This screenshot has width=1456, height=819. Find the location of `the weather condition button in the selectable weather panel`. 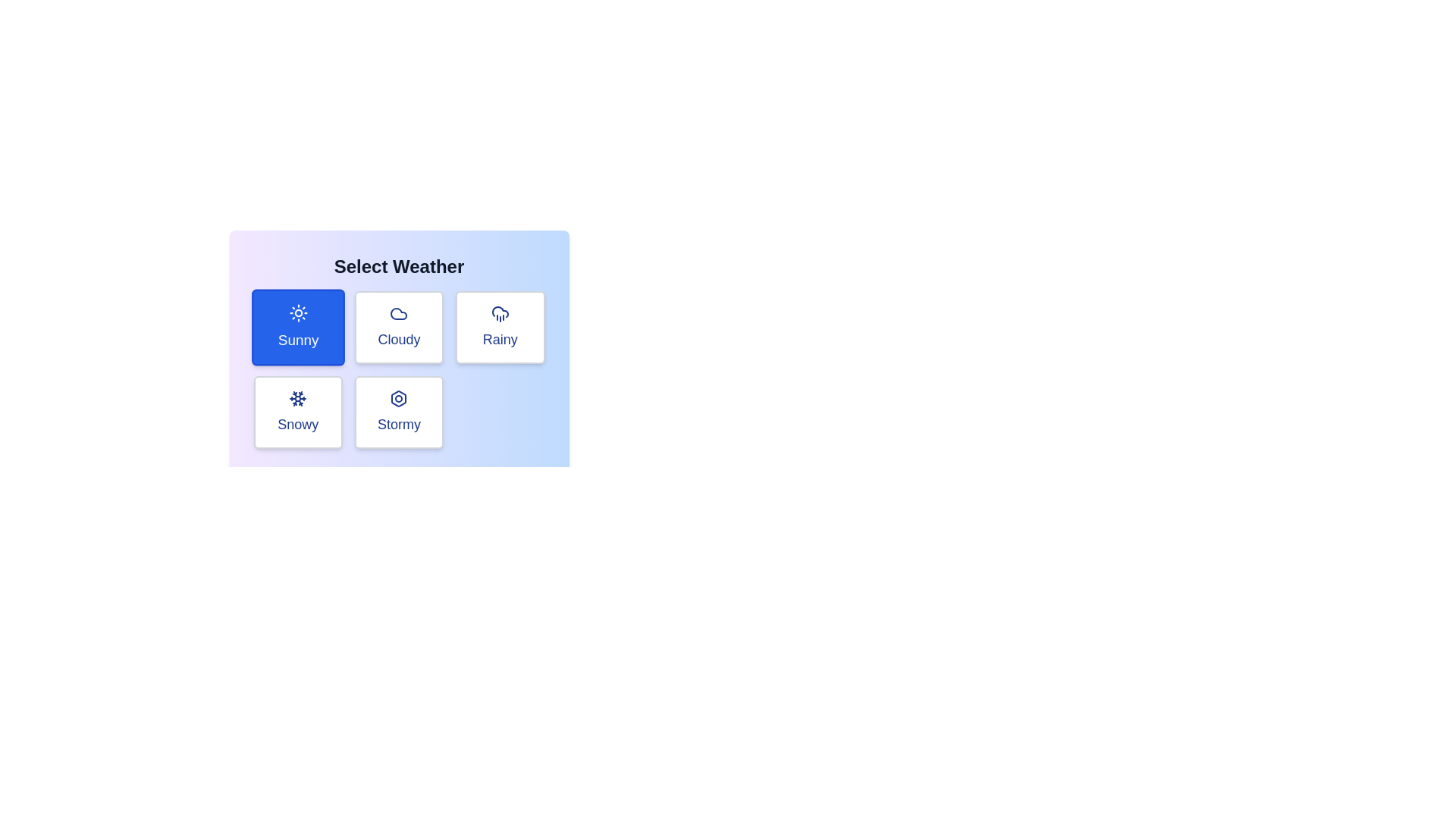

the weather condition button in the selectable weather panel is located at coordinates (399, 338).